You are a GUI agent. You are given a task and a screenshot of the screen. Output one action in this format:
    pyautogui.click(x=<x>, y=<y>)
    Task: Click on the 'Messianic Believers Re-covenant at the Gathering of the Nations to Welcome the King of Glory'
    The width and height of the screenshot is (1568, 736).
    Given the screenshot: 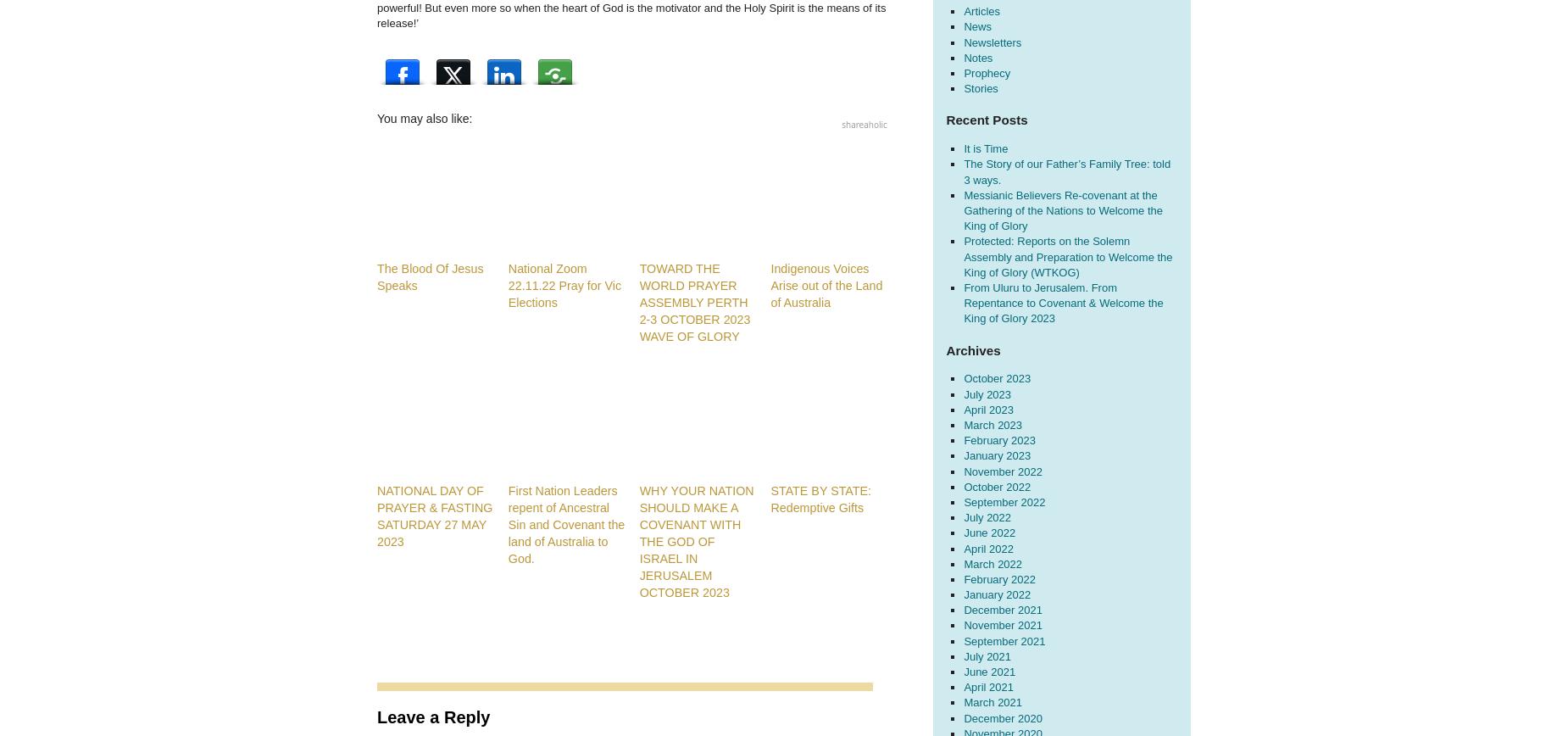 What is the action you would take?
    pyautogui.click(x=963, y=209)
    